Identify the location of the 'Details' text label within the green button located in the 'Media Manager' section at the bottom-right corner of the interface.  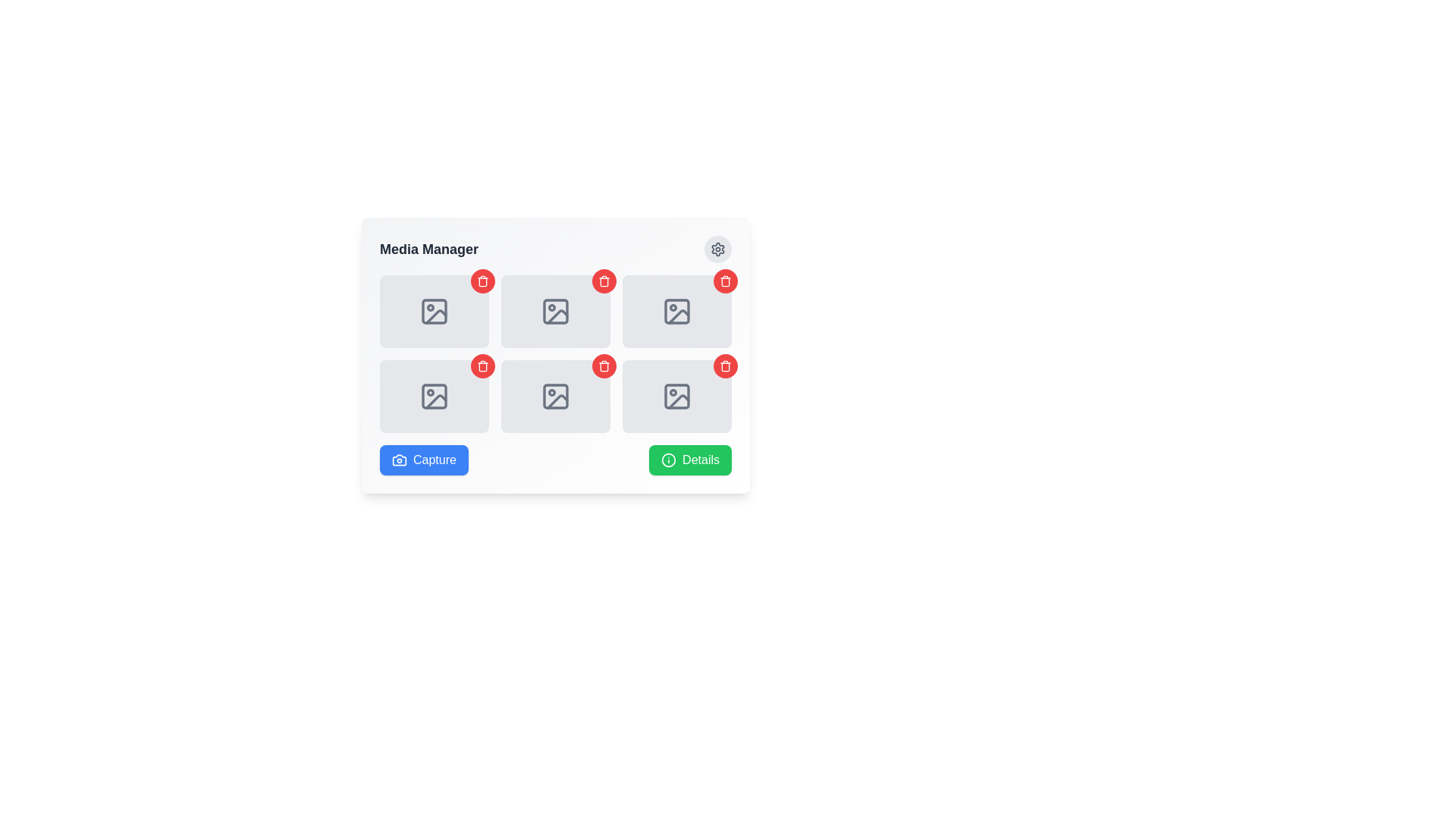
(700, 459).